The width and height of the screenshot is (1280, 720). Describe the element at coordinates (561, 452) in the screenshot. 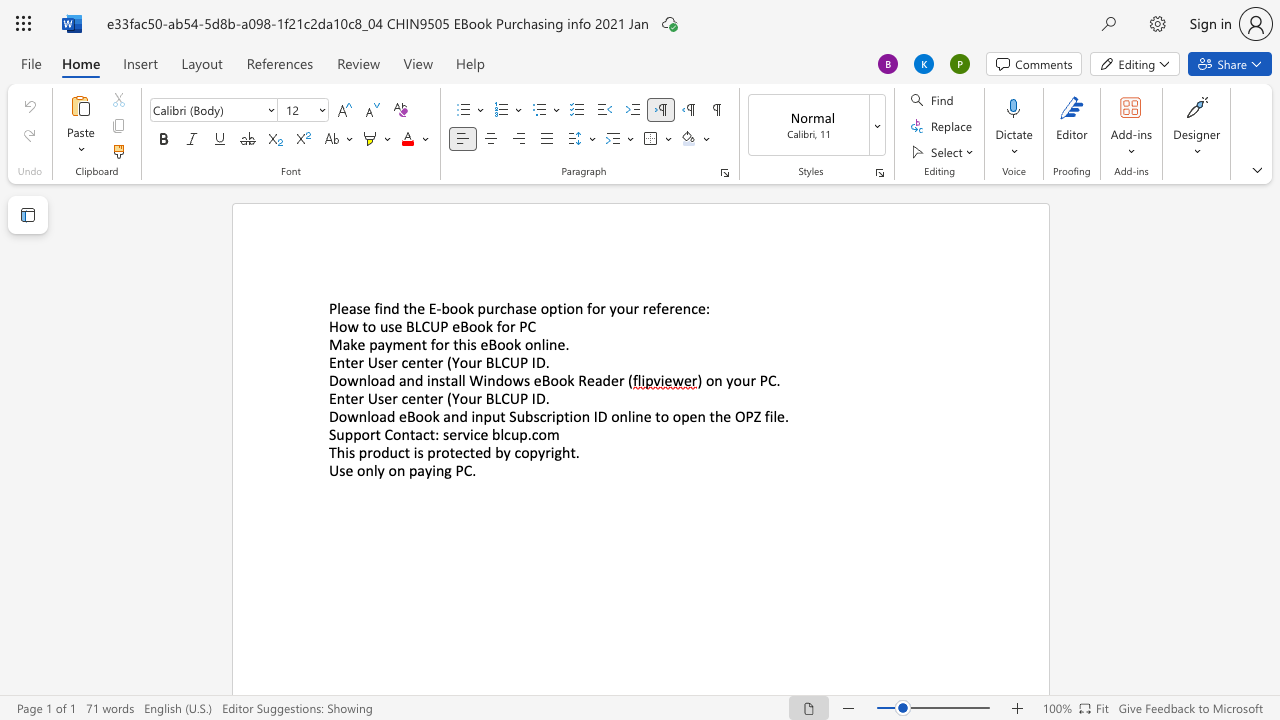

I see `the subset text "ht." within the text "This product is protected by copyright."` at that location.